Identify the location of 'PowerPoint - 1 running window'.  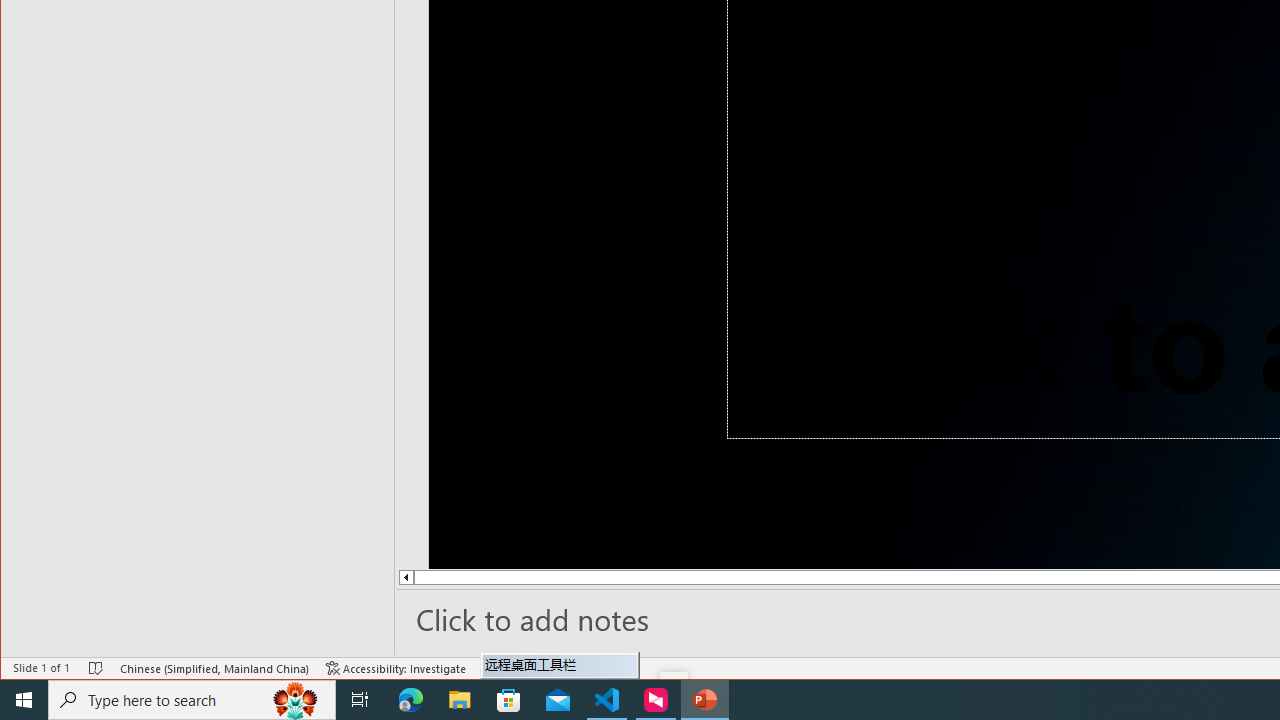
(705, 698).